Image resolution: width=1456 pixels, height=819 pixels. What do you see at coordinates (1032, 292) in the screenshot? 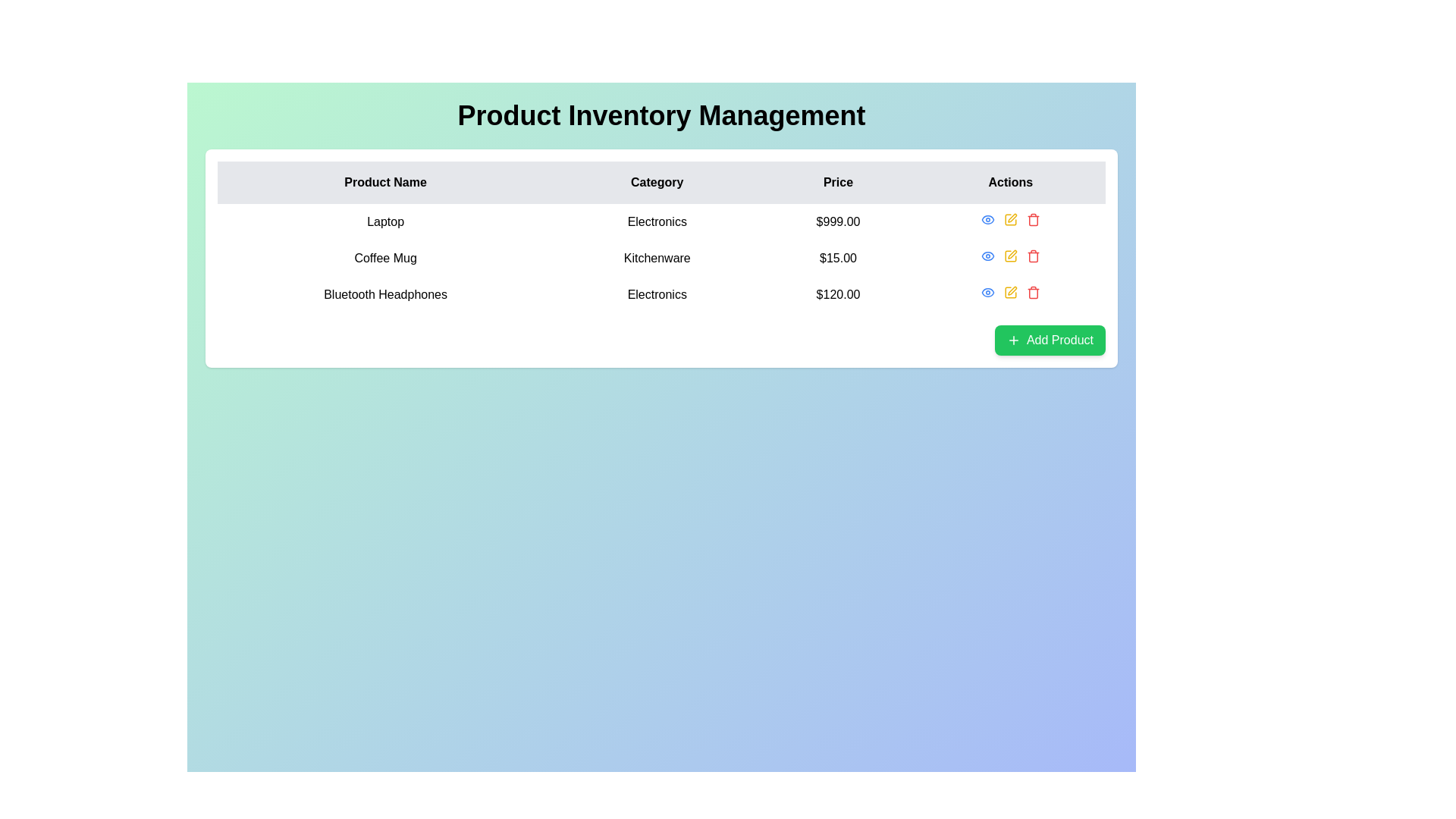
I see `the delete button icon located in the last column of the third row under the 'Actions' header` at bounding box center [1032, 292].